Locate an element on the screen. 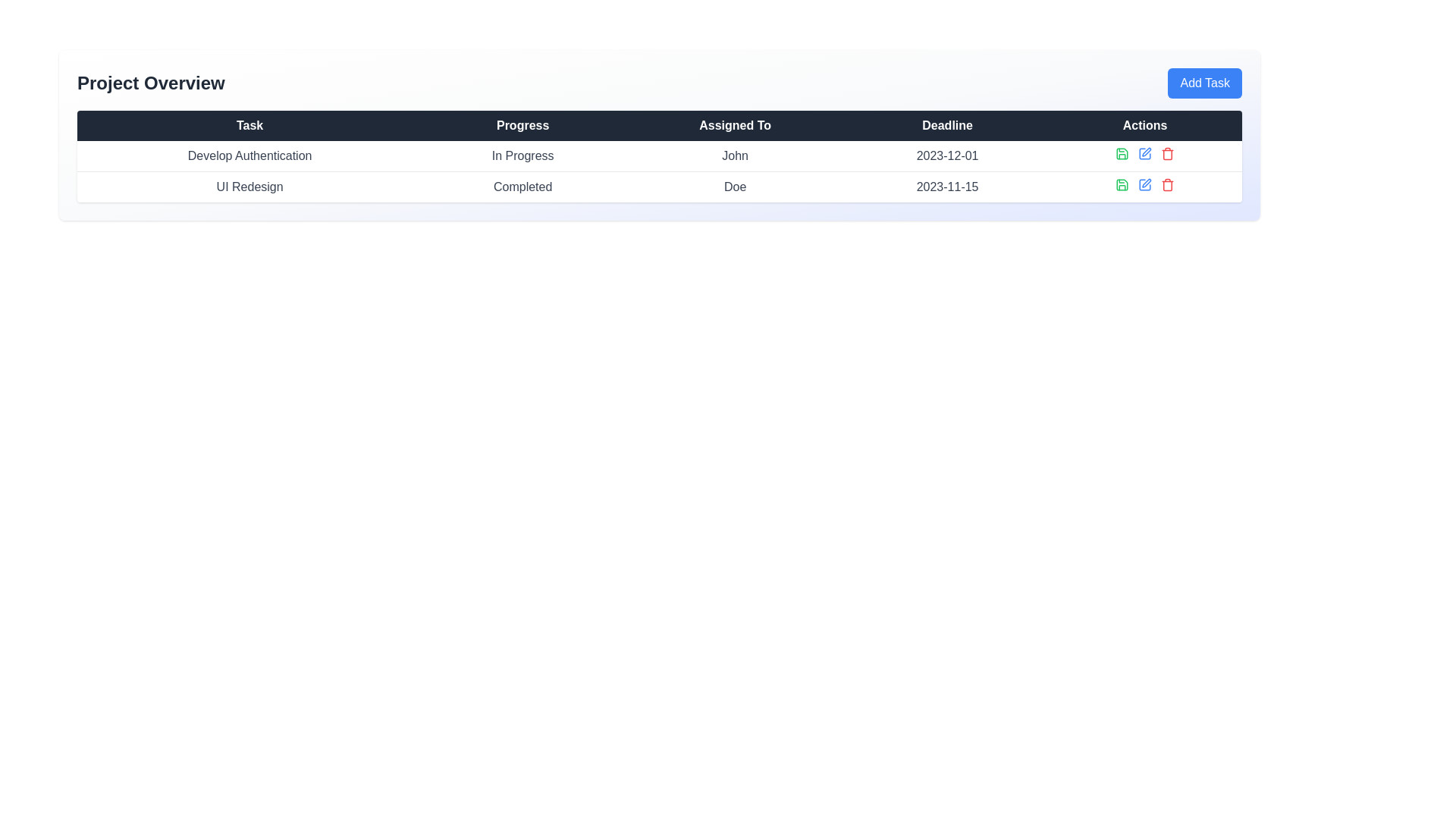  the header element in the 'Project Overview' table that indicates the corresponding data relates to the person or entity assigned to each task, positioned centrally between 'Progress' and 'Deadline' is located at coordinates (735, 124).